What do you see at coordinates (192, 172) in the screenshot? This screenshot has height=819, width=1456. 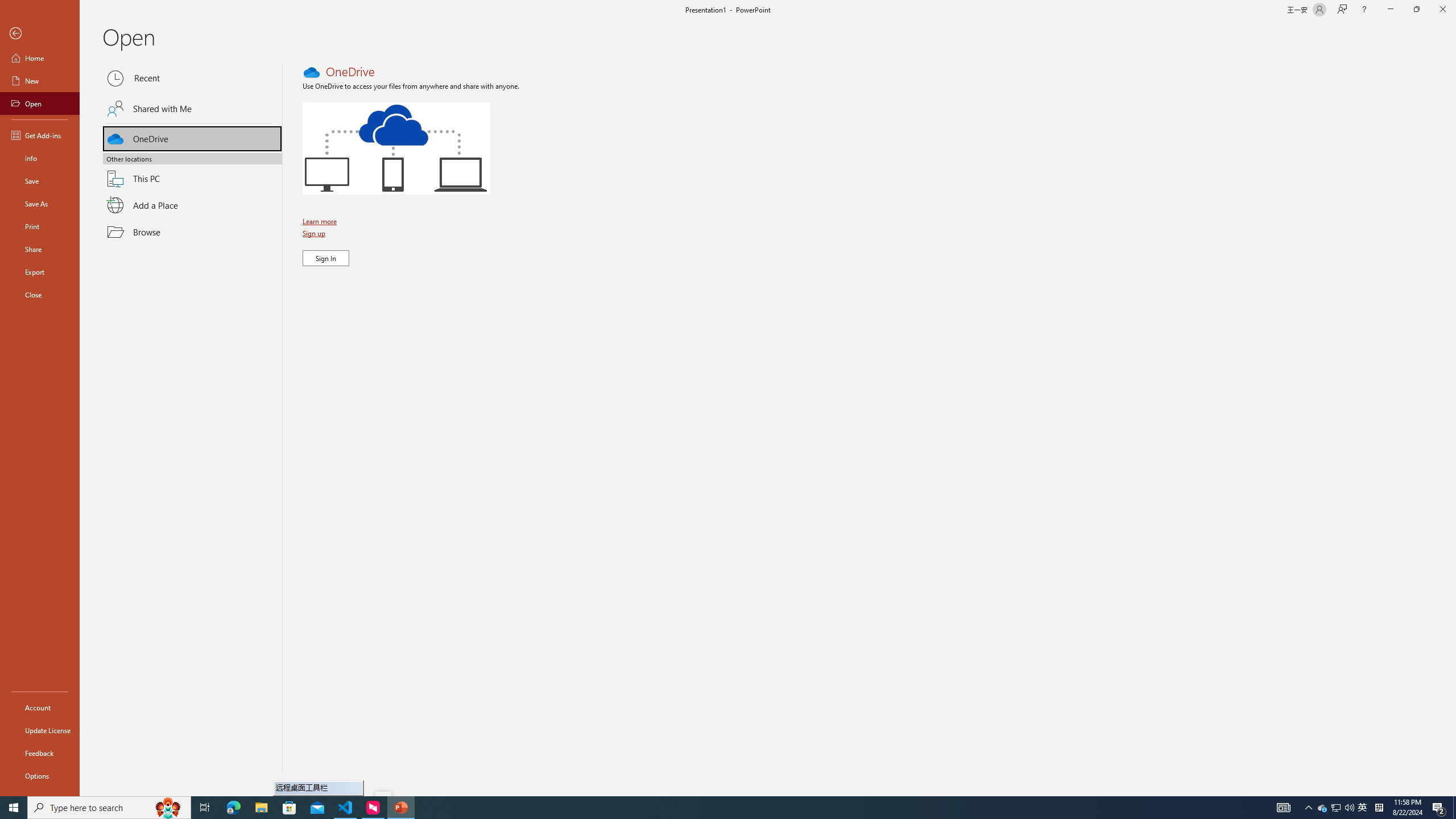 I see `'This PC'` at bounding box center [192, 172].